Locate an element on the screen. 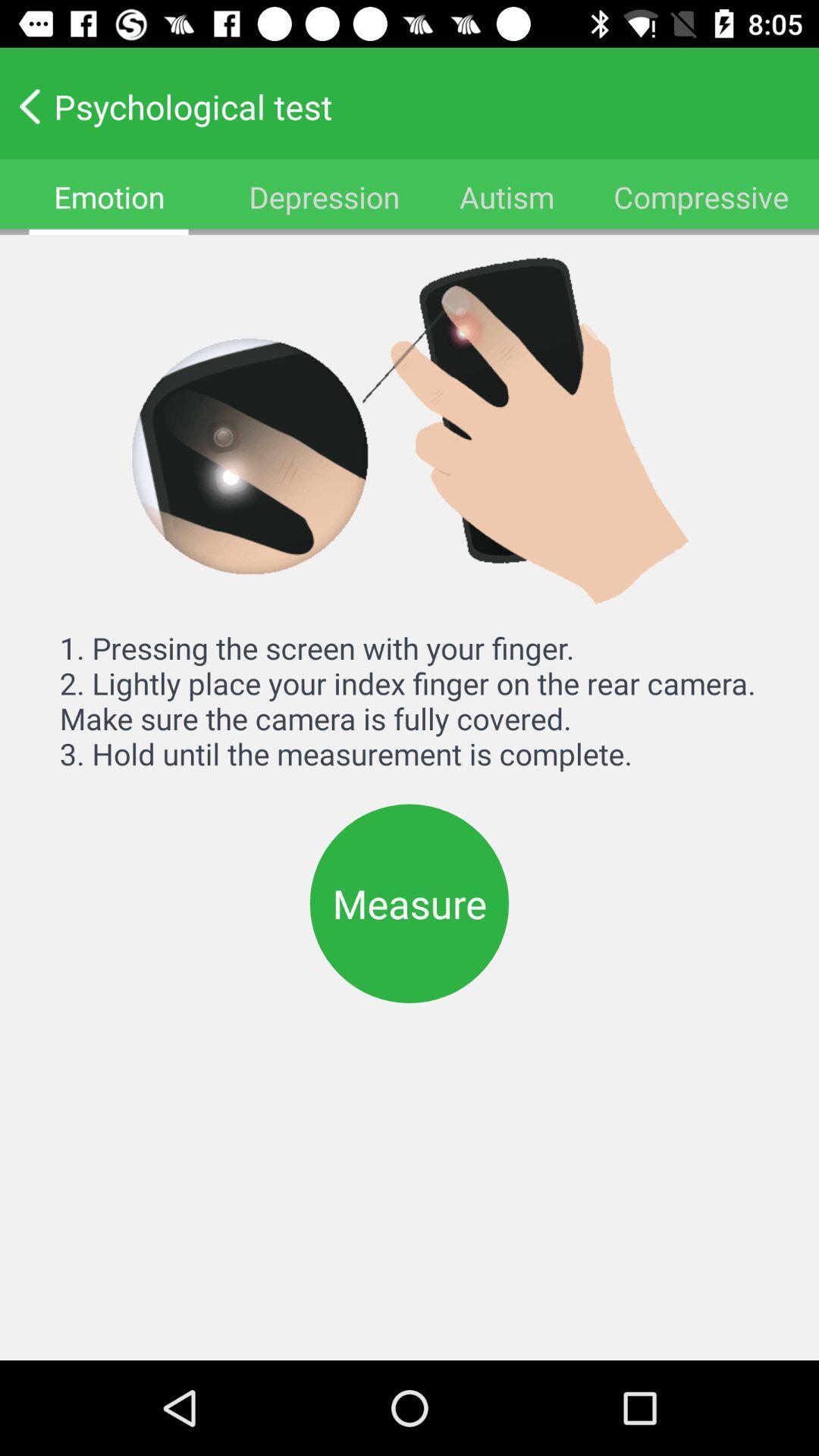 Image resolution: width=819 pixels, height=1456 pixels. item to the right of the emotion icon is located at coordinates (323, 196).